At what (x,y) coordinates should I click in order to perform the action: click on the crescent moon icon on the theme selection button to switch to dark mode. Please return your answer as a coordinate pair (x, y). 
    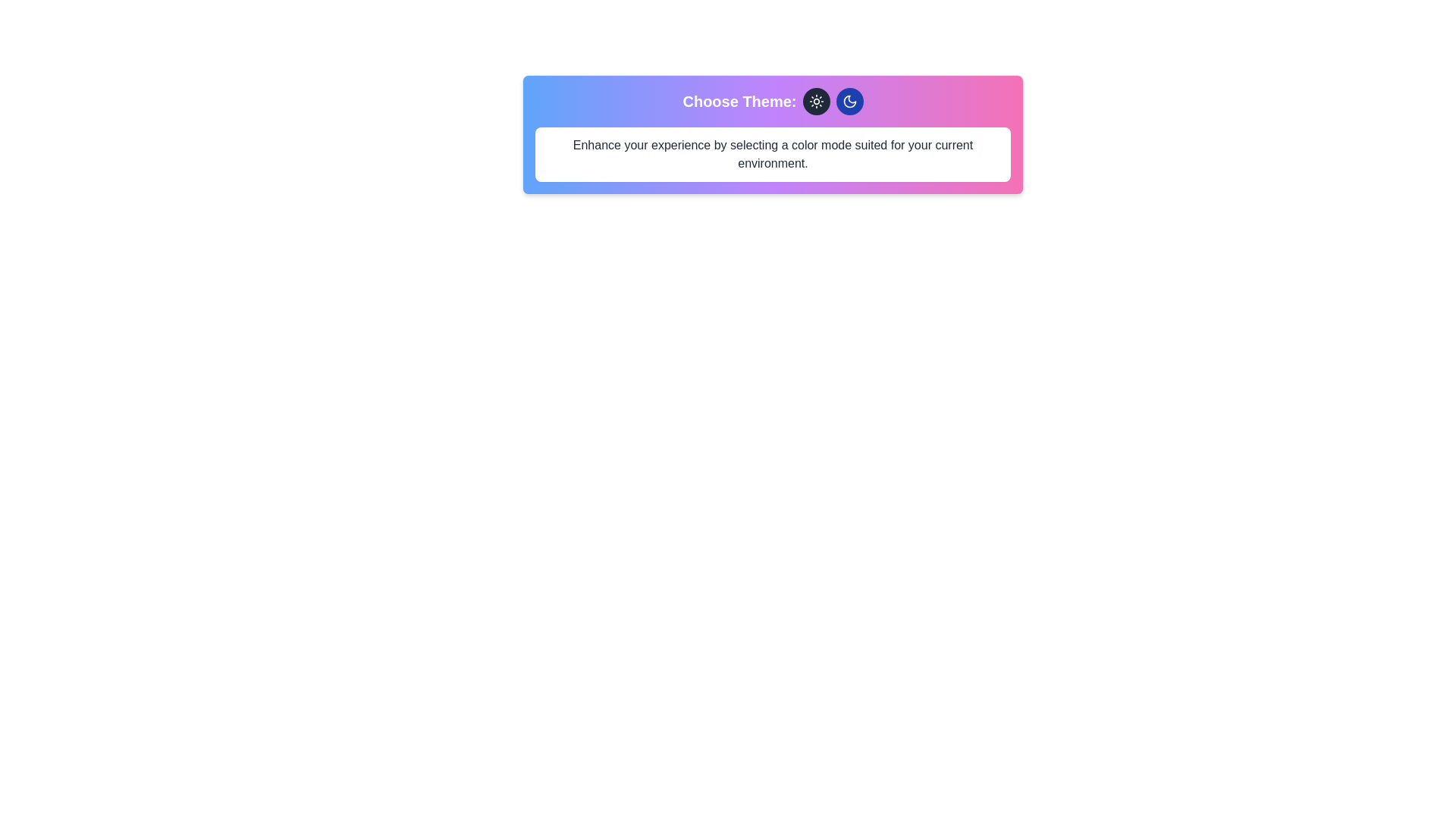
    Looking at the image, I should click on (849, 102).